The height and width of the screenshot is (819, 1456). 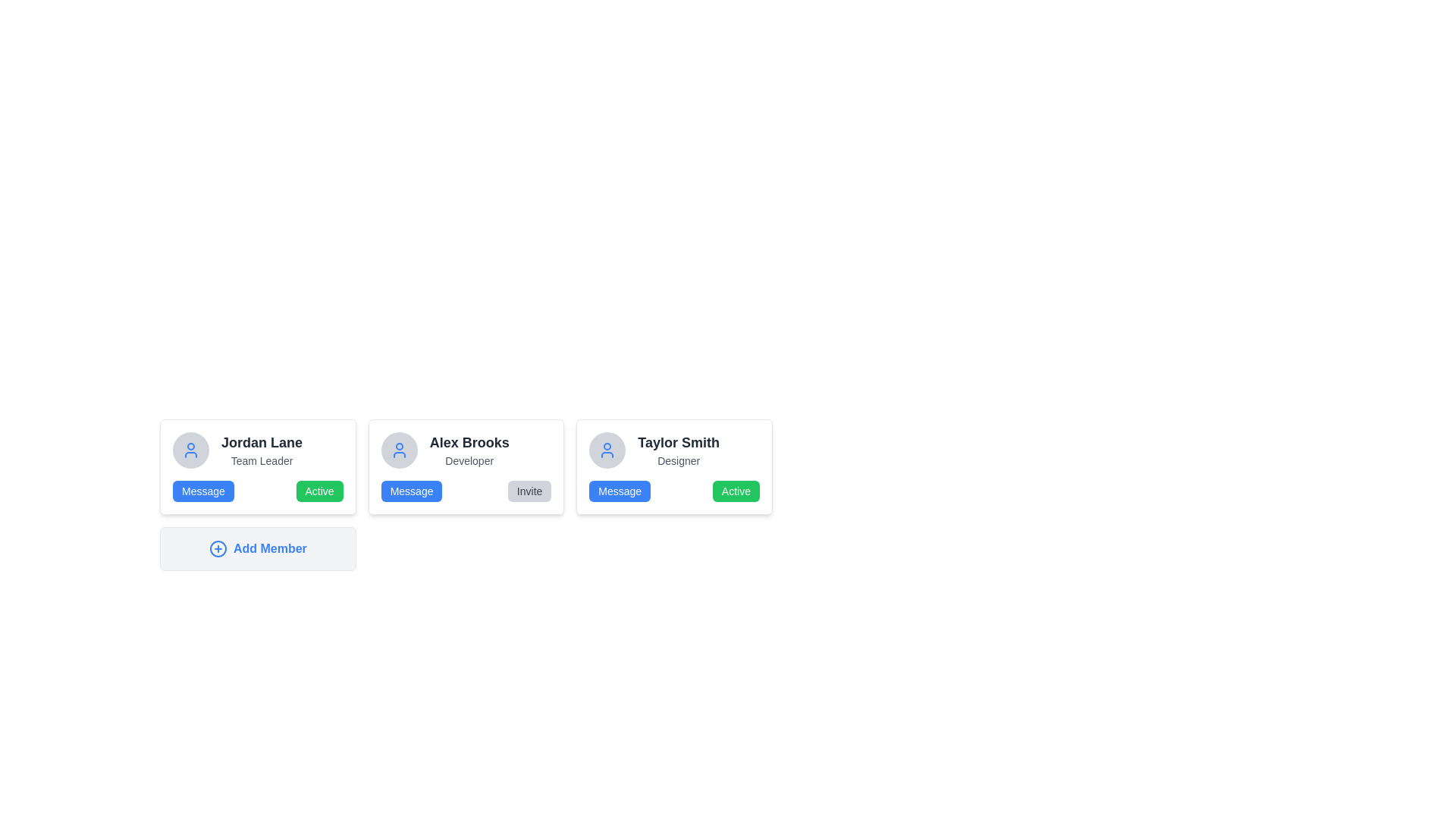 I want to click on the central profile display section, so click(x=465, y=450).